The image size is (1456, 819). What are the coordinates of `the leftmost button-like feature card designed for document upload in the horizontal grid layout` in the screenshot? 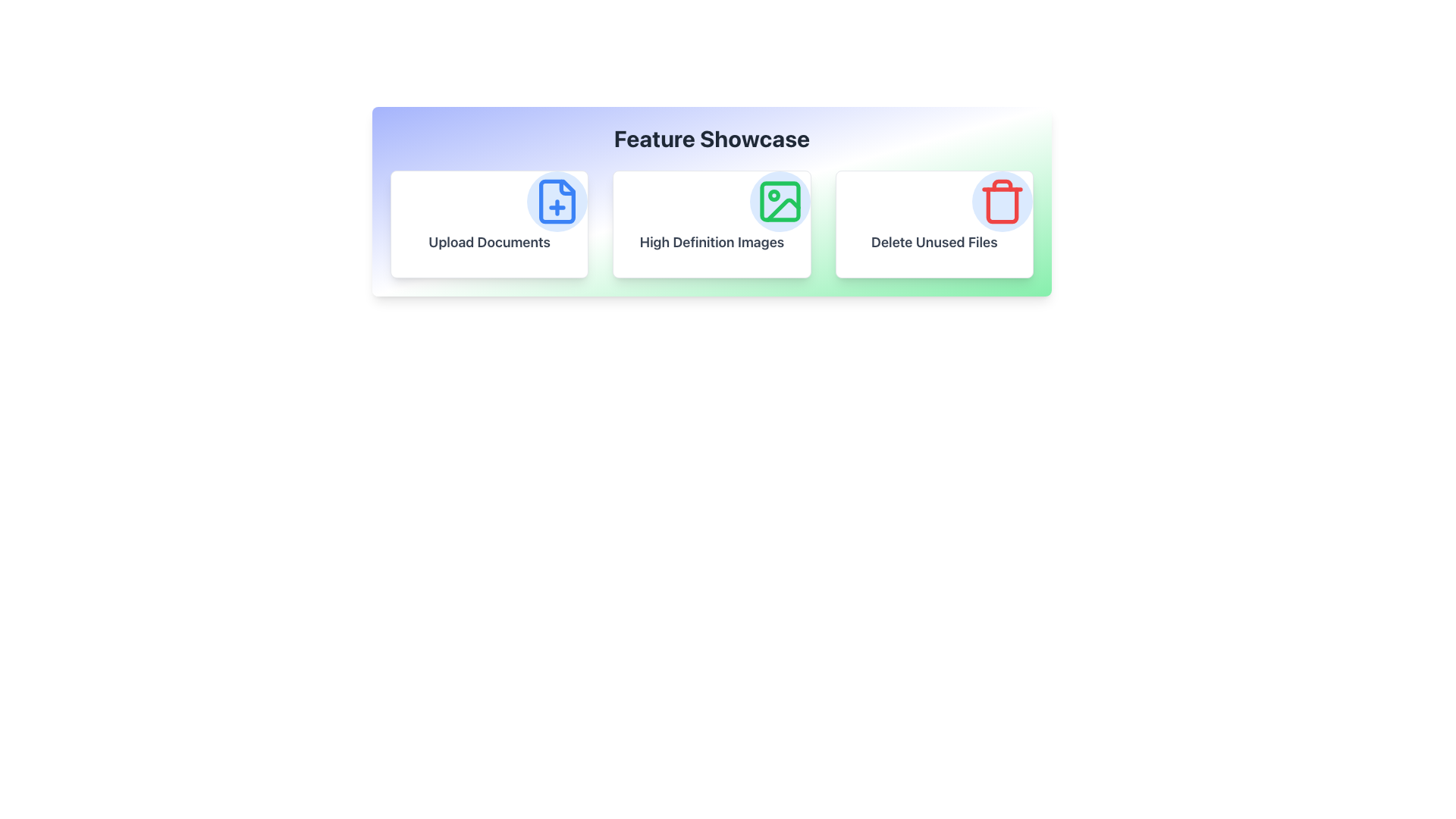 It's located at (489, 224).